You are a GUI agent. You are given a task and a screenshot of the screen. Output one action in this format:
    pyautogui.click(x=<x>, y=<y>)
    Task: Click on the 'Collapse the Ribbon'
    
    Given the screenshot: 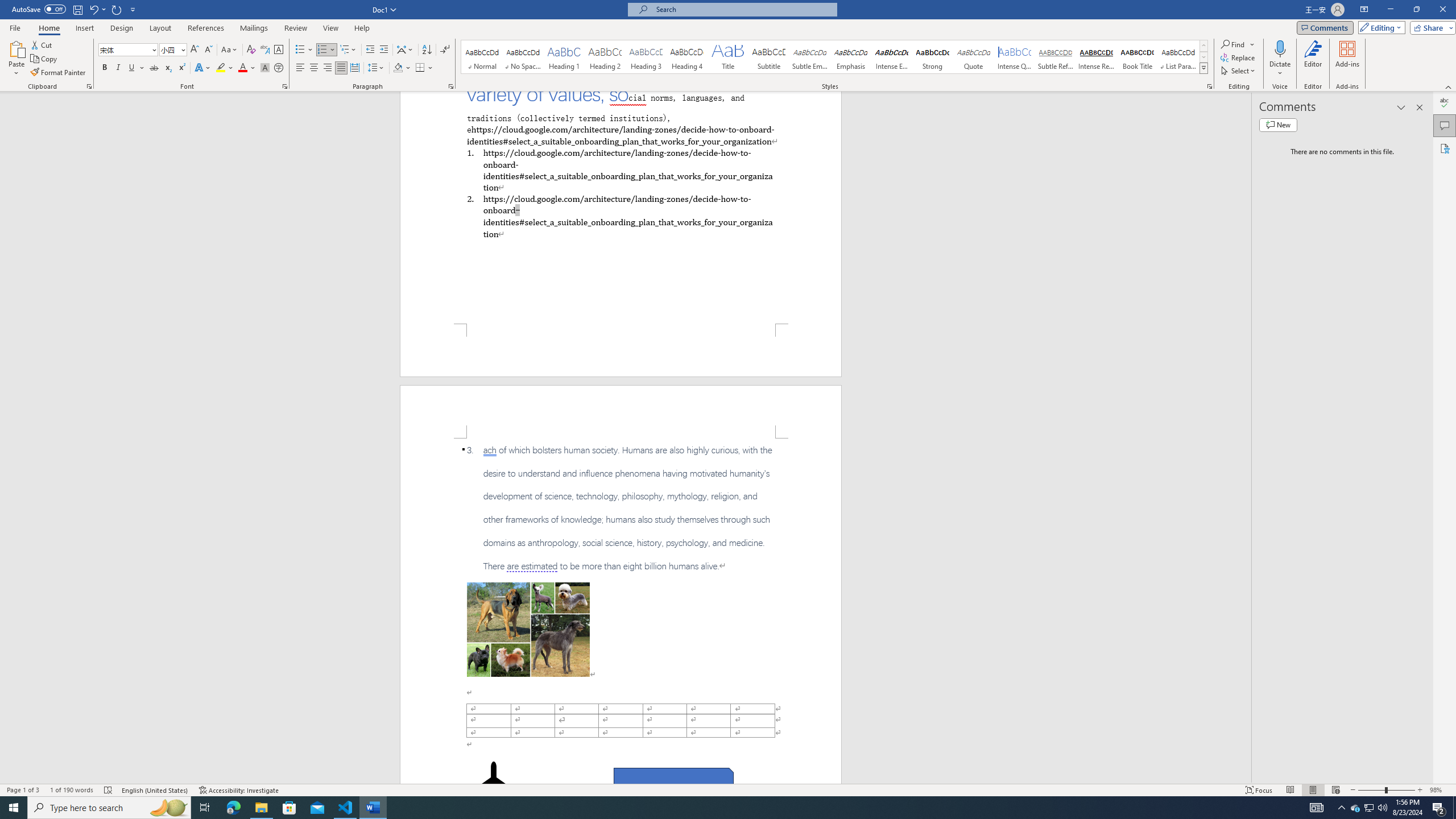 What is the action you would take?
    pyautogui.click(x=1449, y=87)
    